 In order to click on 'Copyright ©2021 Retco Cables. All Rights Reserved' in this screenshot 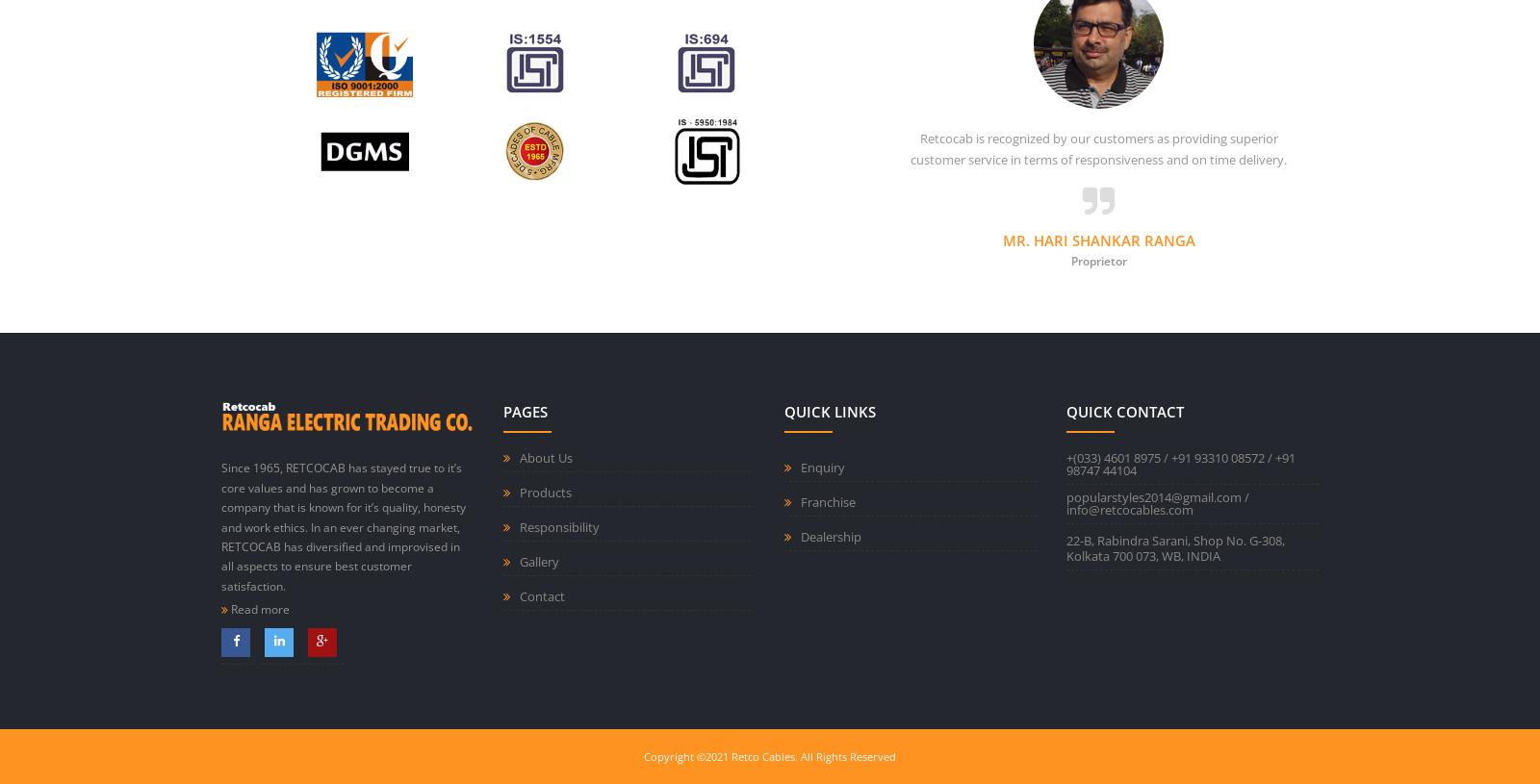, I will do `click(770, 756)`.